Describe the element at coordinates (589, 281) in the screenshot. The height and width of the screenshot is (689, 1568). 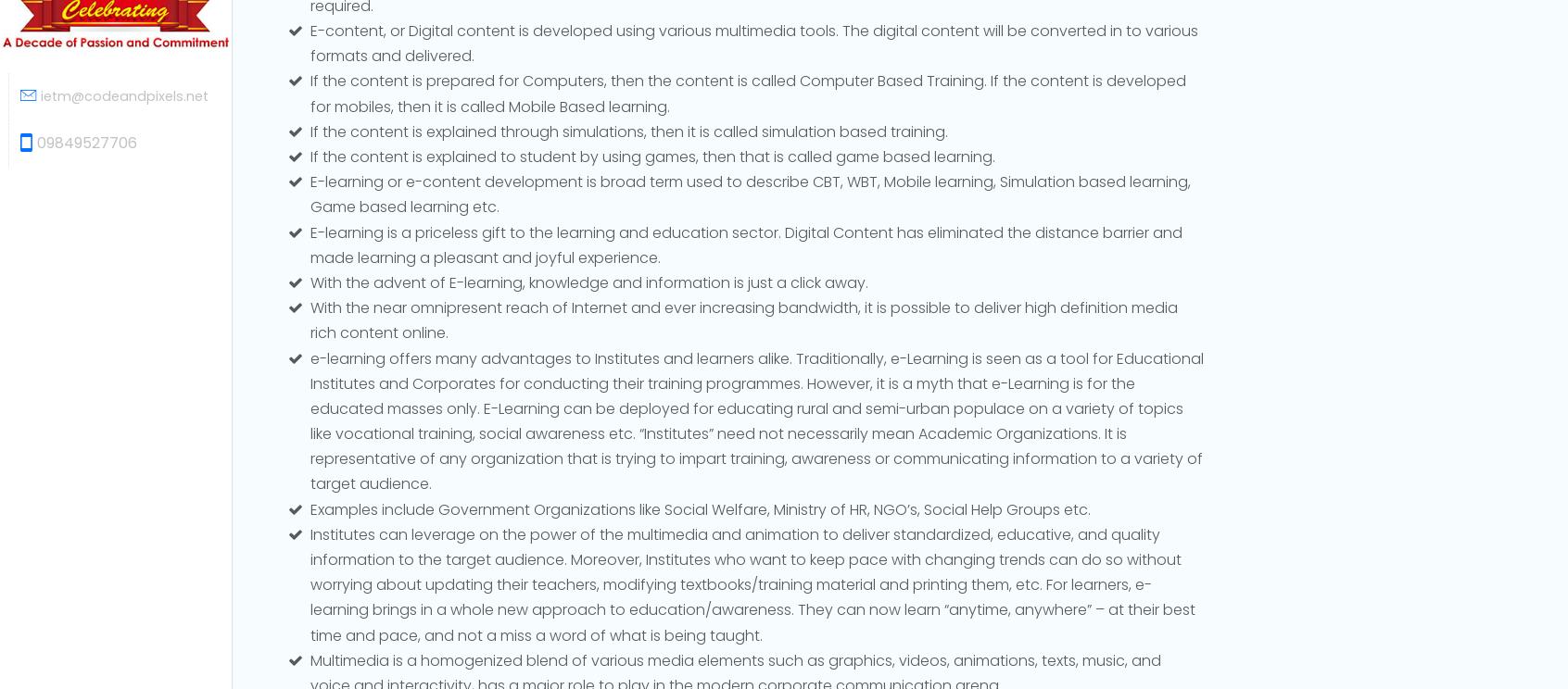
I see `'With the advent of E-learning, knowledge and information is just a click away.'` at that location.